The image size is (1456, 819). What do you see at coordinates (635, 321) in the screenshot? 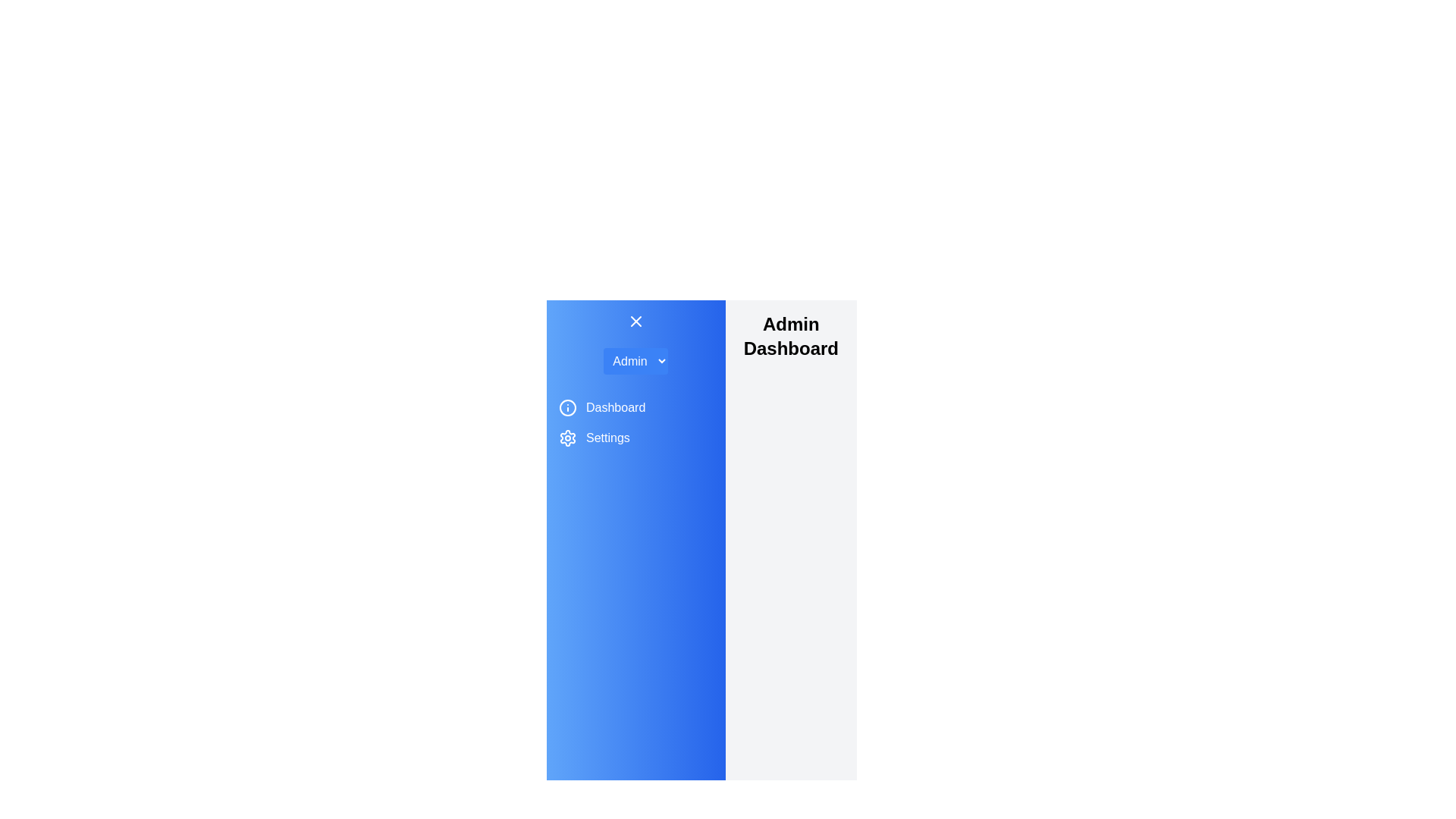
I see `the toggle button to change the drawer state` at bounding box center [635, 321].